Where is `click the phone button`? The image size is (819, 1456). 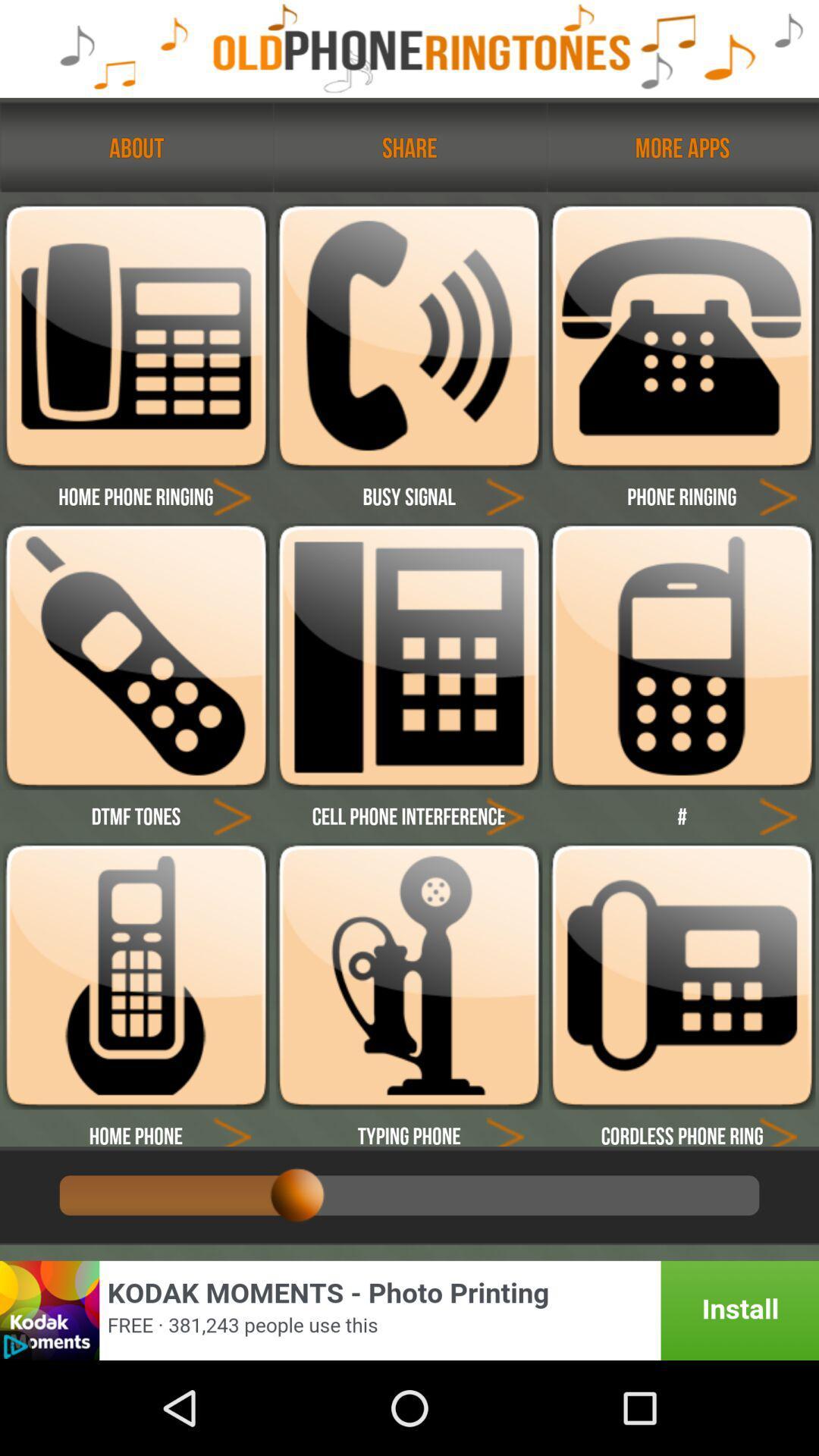
click the phone button is located at coordinates (681, 336).